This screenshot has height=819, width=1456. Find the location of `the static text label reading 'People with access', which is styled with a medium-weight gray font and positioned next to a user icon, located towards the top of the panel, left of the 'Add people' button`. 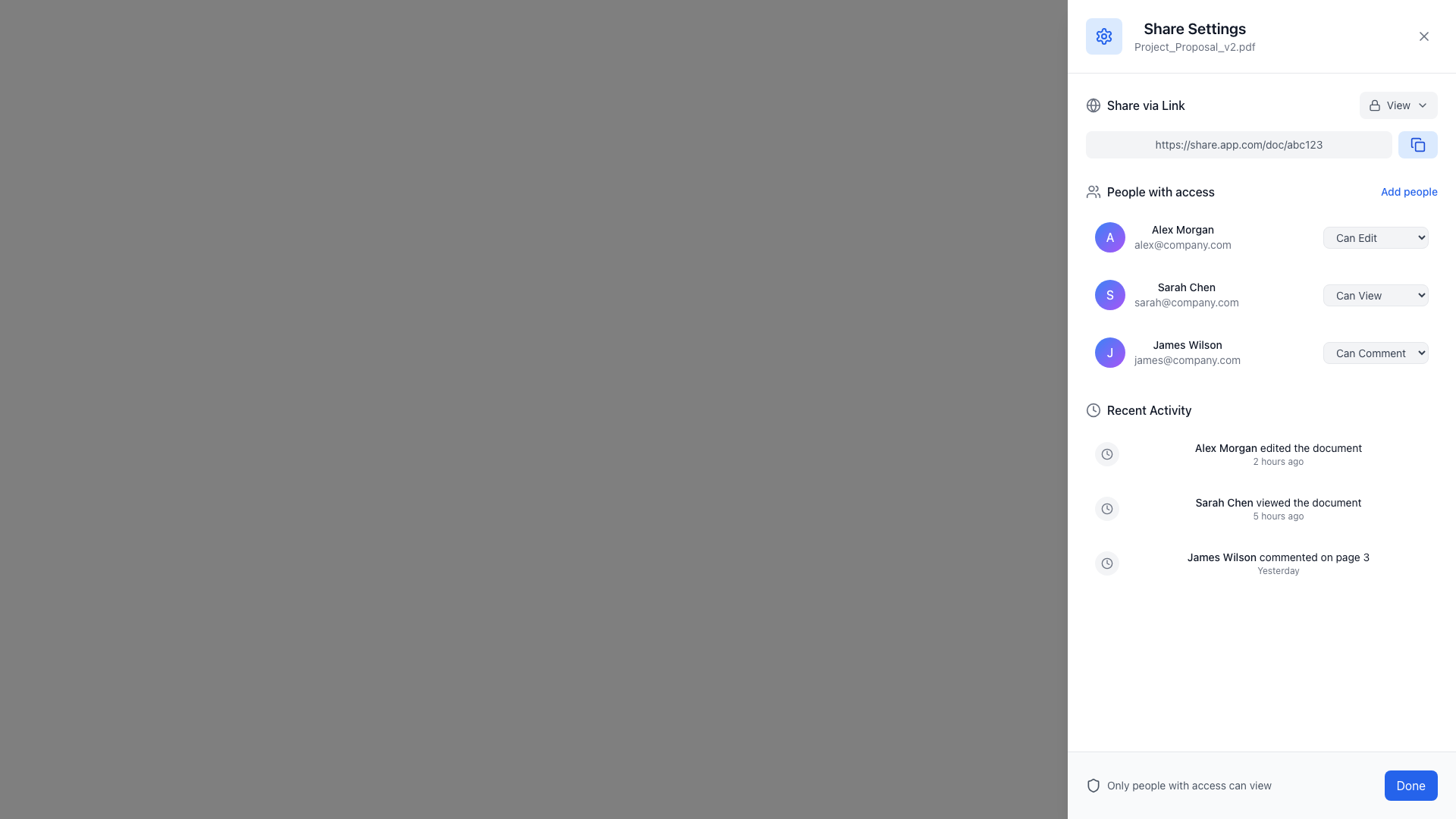

the static text label reading 'People with access', which is styled with a medium-weight gray font and positioned next to a user icon, located towards the top of the panel, left of the 'Add people' button is located at coordinates (1150, 191).